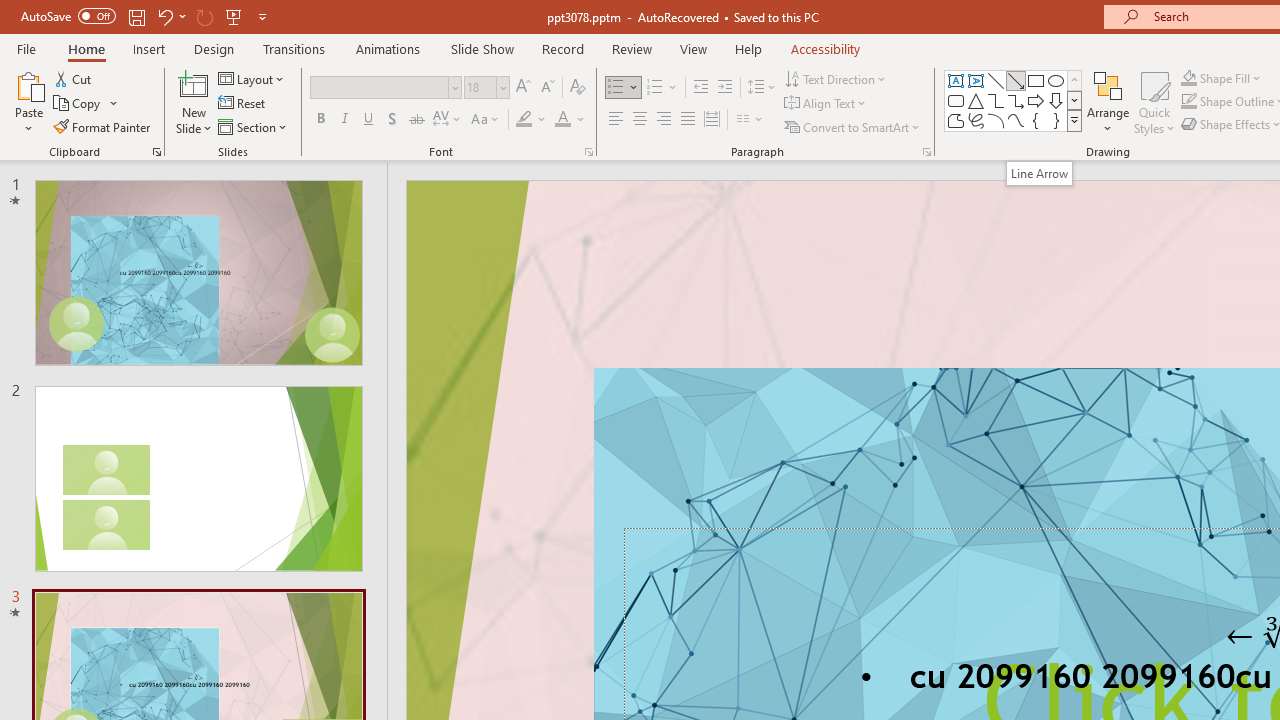  I want to click on 'Clear Formatting', so click(576, 86).